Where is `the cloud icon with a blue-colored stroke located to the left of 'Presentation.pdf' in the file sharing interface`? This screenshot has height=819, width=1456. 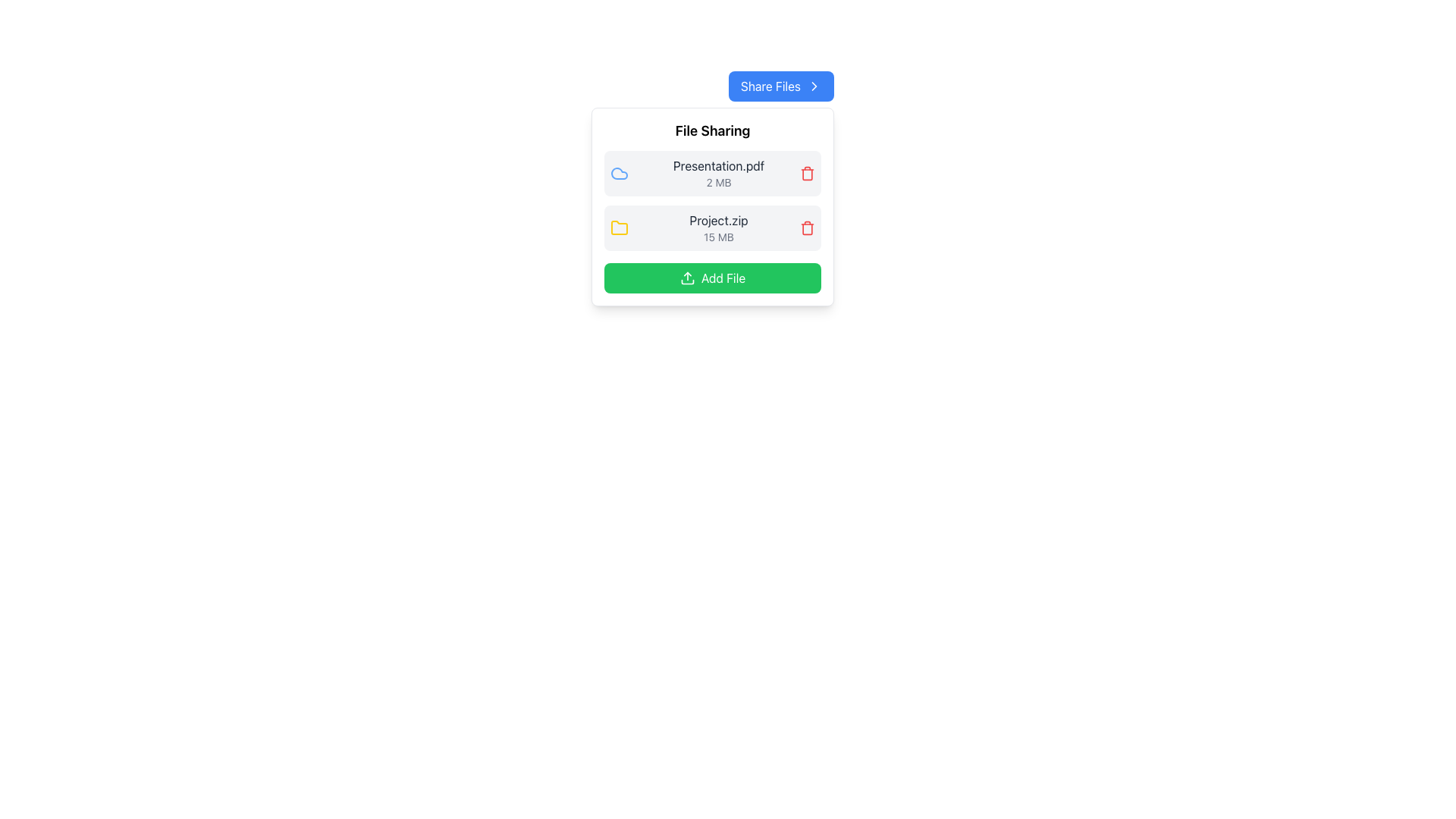
the cloud icon with a blue-colored stroke located to the left of 'Presentation.pdf' in the file sharing interface is located at coordinates (620, 172).